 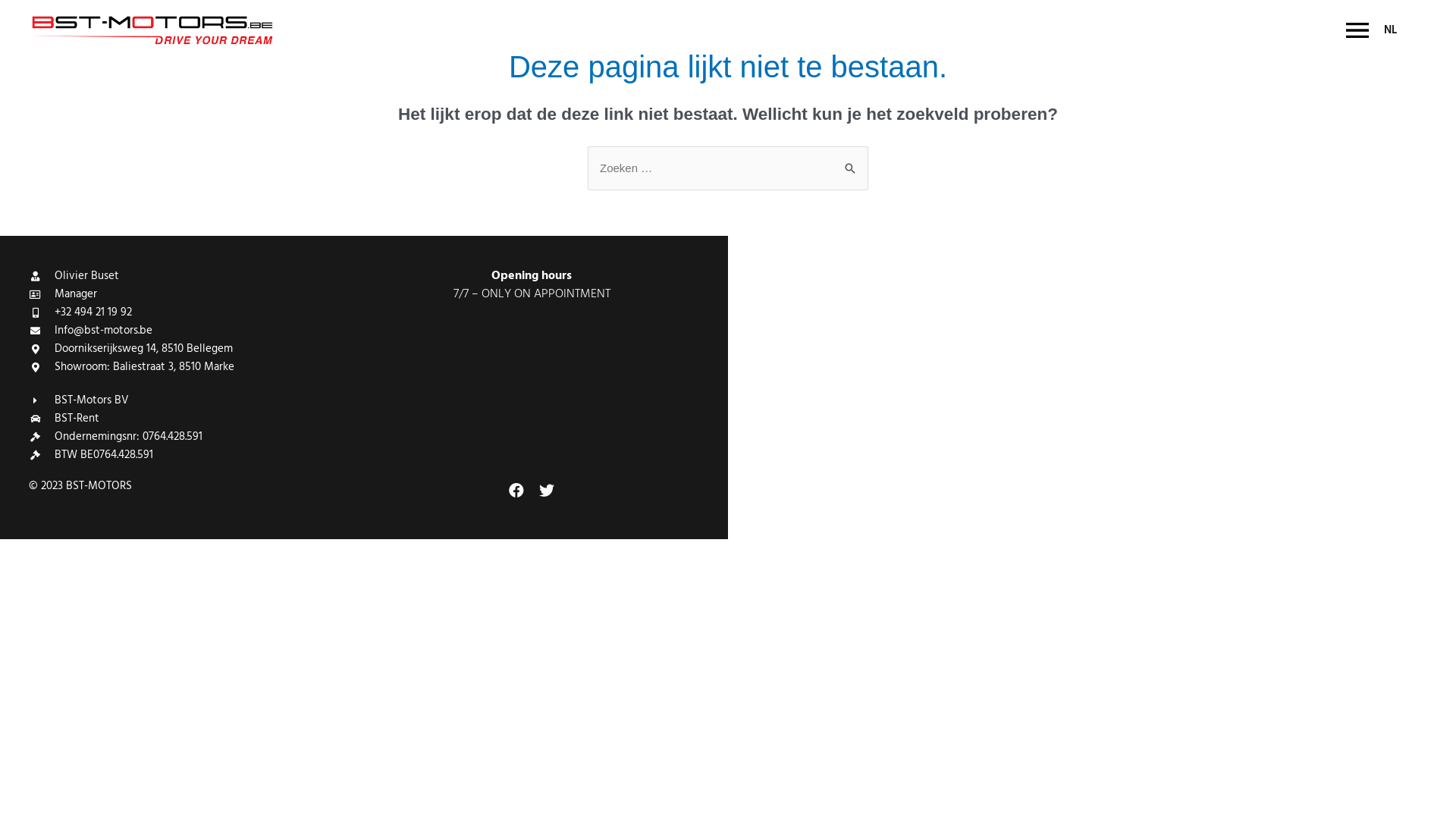 What do you see at coordinates (29, 418) in the screenshot?
I see `'BST-Rent'` at bounding box center [29, 418].